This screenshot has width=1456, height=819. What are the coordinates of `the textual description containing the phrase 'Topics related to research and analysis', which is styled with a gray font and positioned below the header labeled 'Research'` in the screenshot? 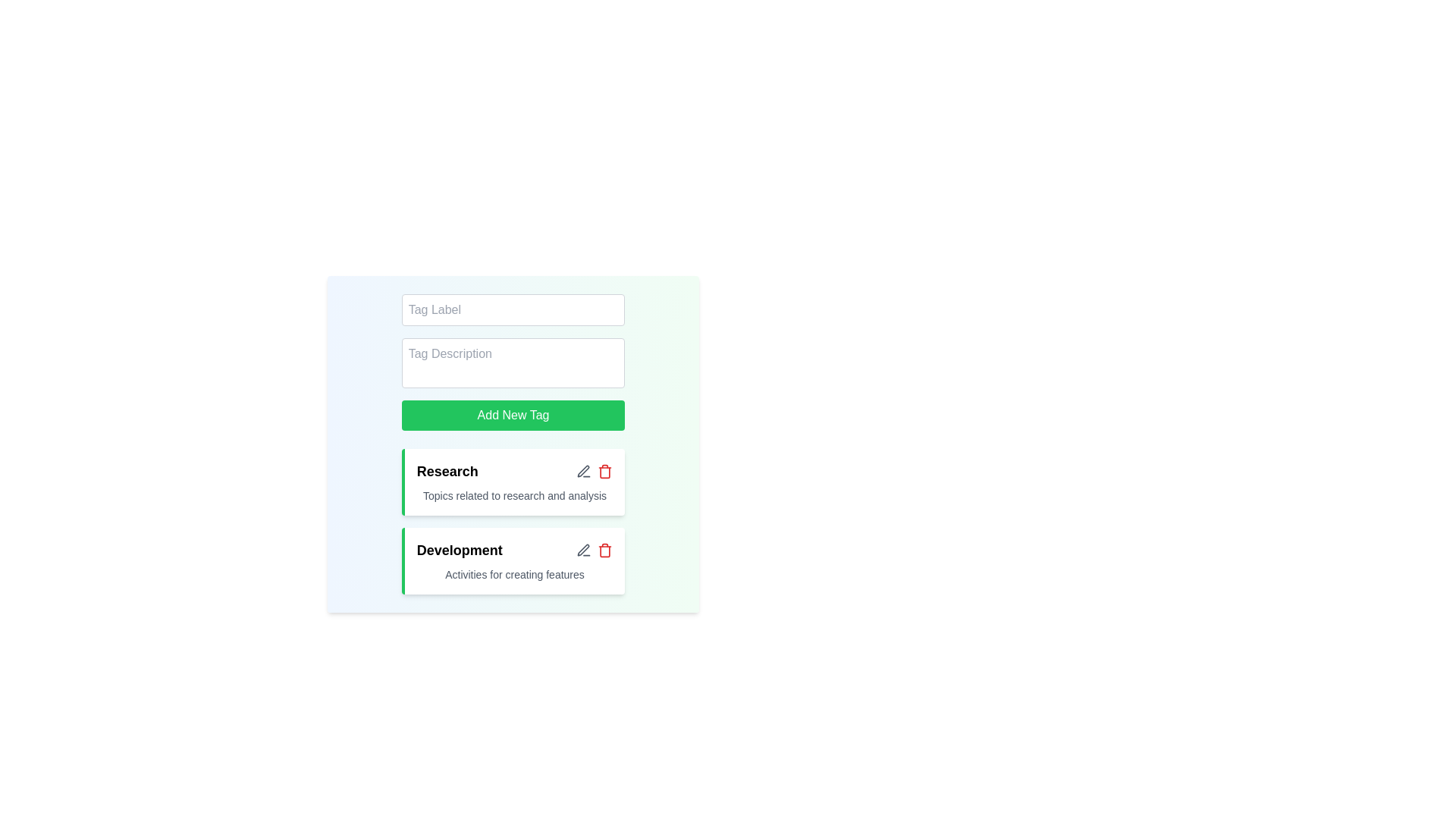 It's located at (514, 496).